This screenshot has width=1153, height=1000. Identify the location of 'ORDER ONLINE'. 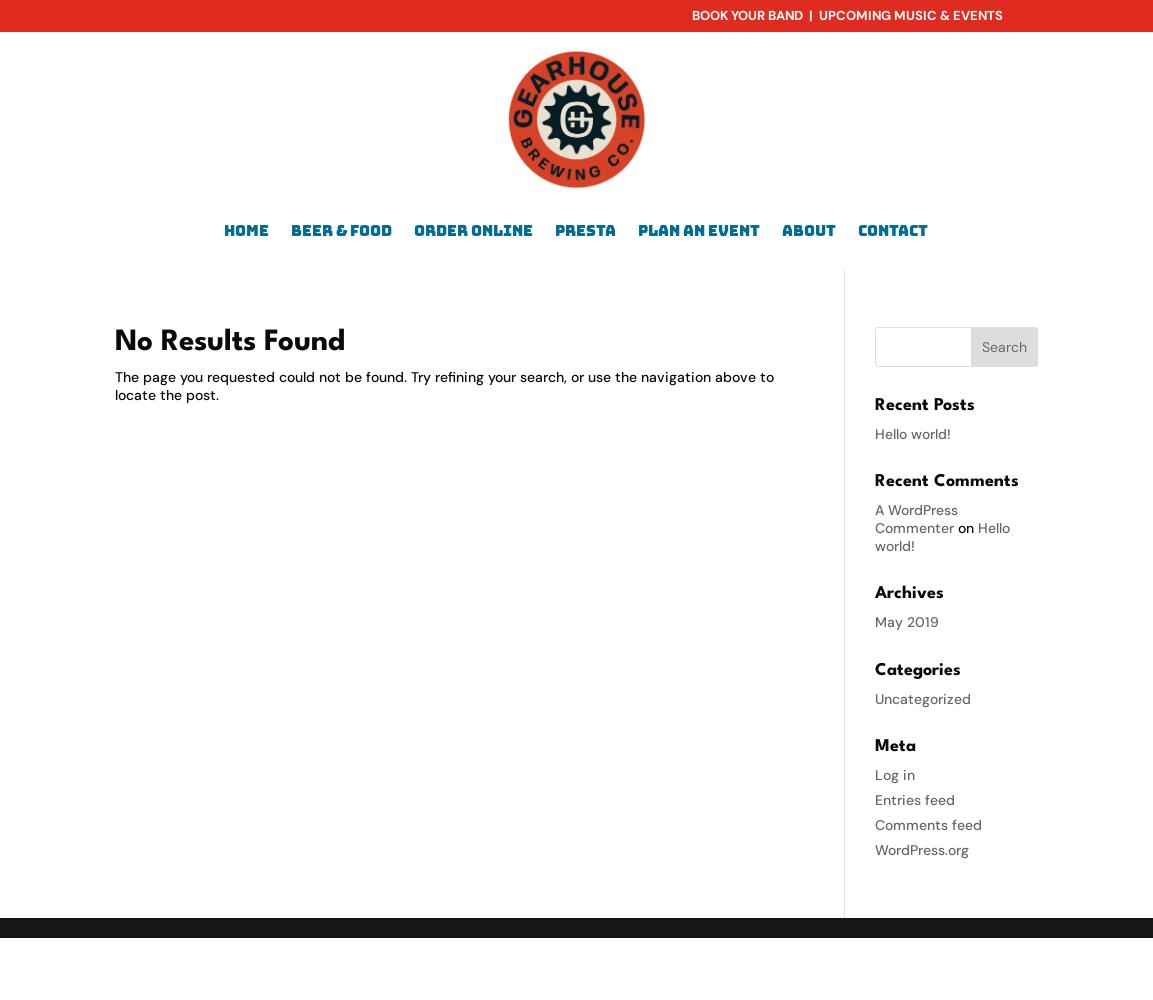
(472, 228).